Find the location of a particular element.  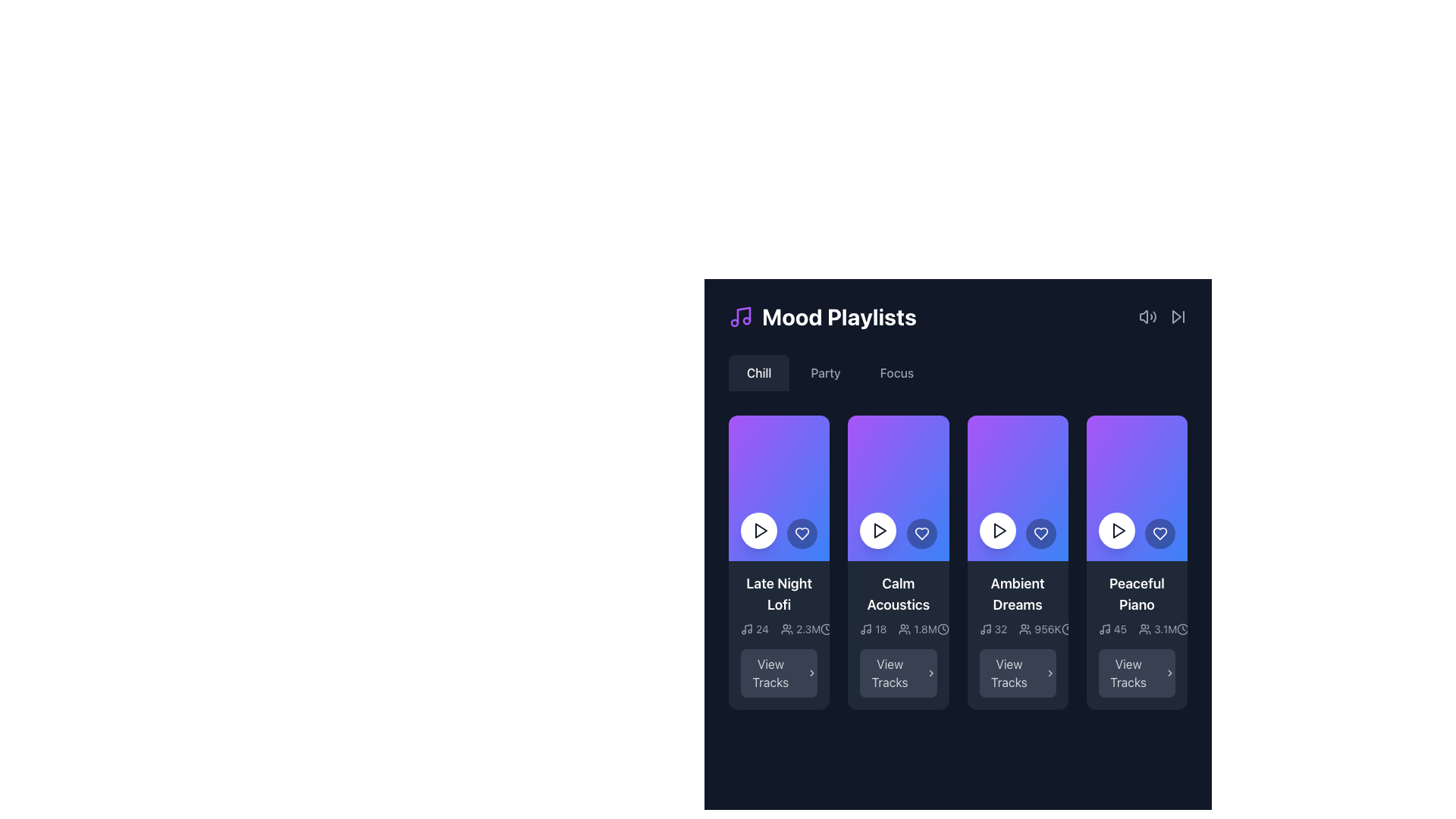

the heart icon located in the top-right corner of the fourth card in the playlist section to like the playlist is located at coordinates (1159, 533).